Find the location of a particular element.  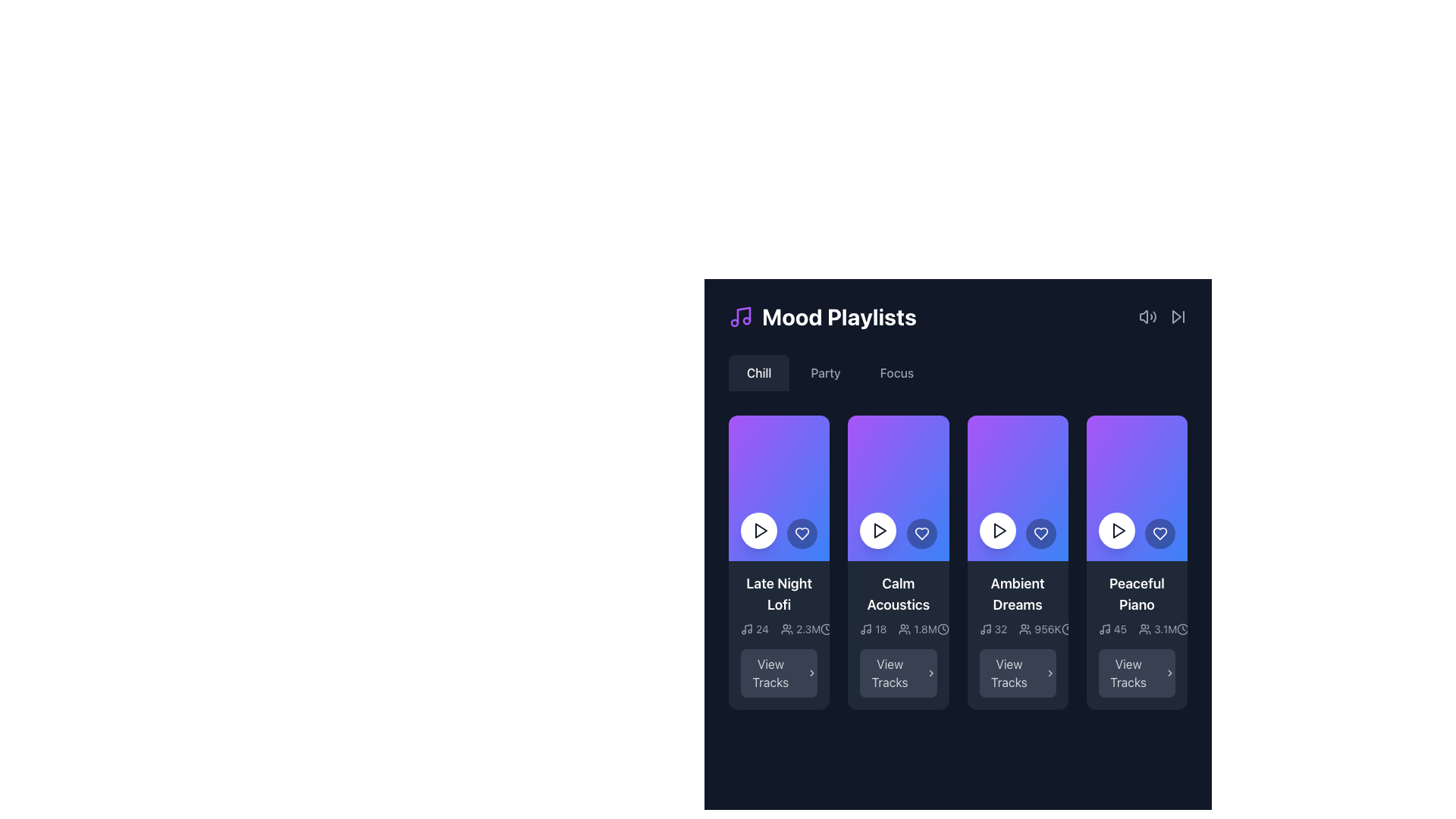

the heart icon located in the top-right corner of the fourth card in the playlist section to like the playlist is located at coordinates (1159, 533).